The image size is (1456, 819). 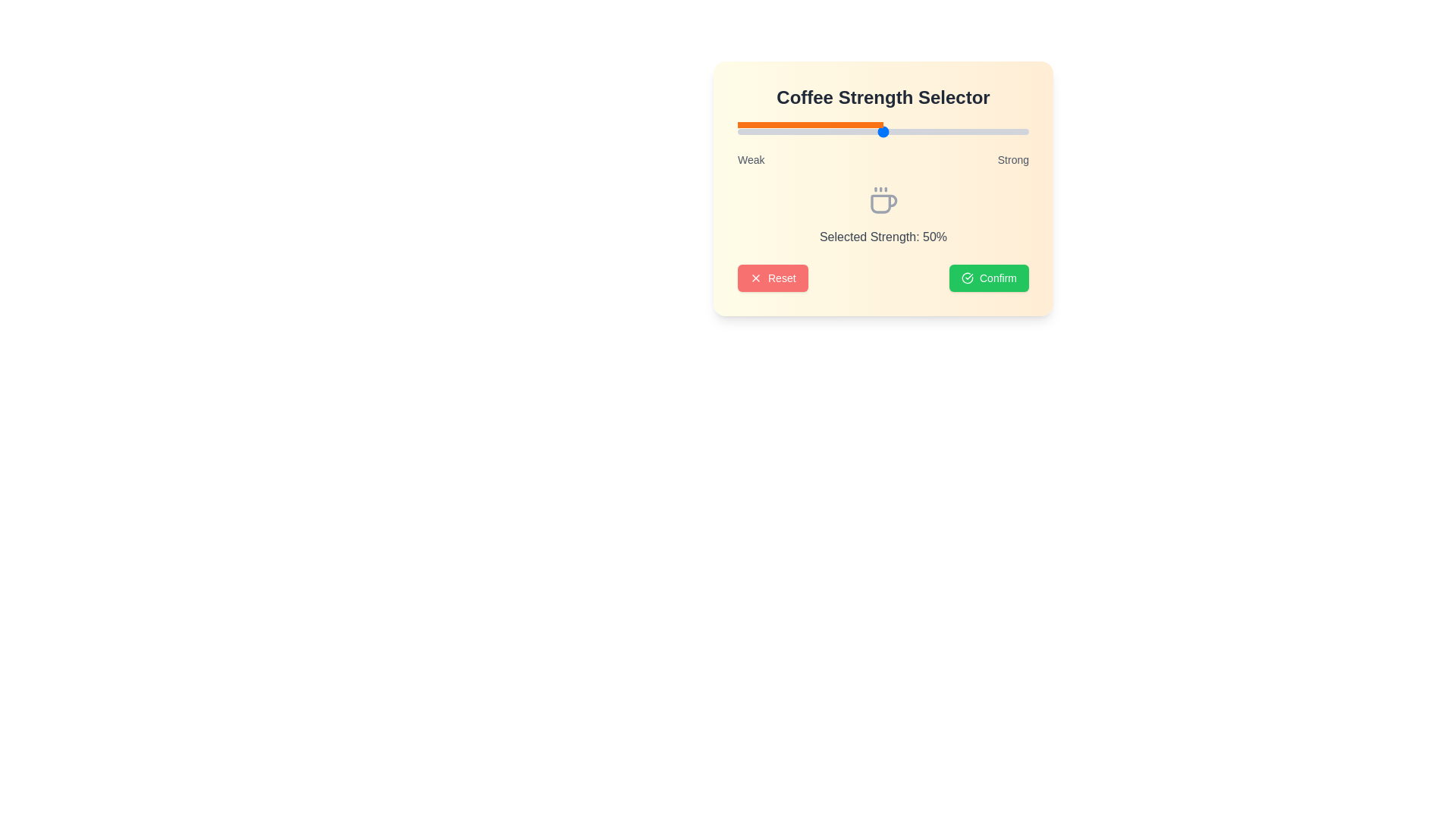 What do you see at coordinates (810, 124) in the screenshot?
I see `the left segment of the top bar of the modal dialog, which visually represents a 50% strength selection in coffee strength` at bounding box center [810, 124].